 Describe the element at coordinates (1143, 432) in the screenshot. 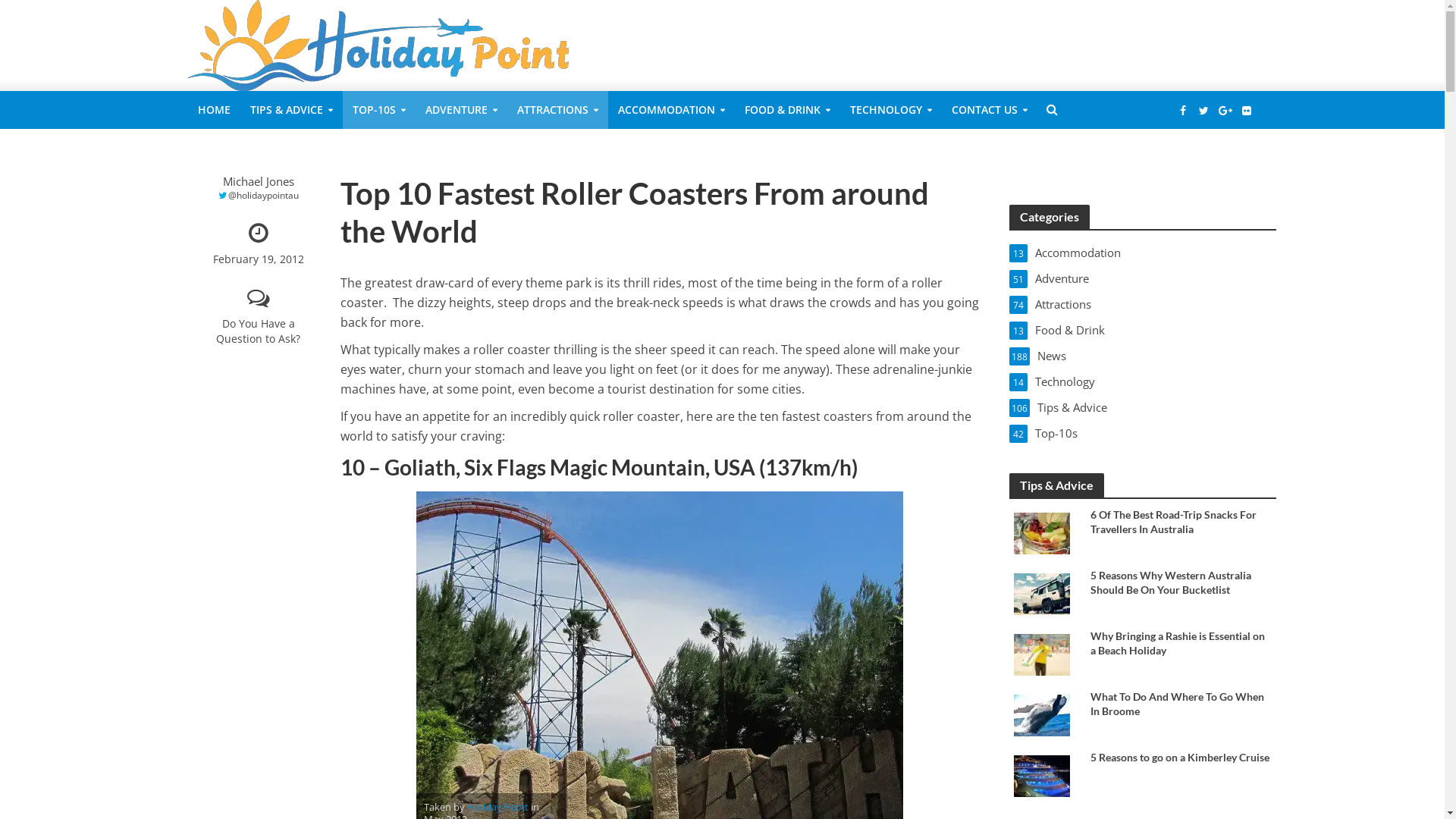

I see `'Top-10s` at that location.